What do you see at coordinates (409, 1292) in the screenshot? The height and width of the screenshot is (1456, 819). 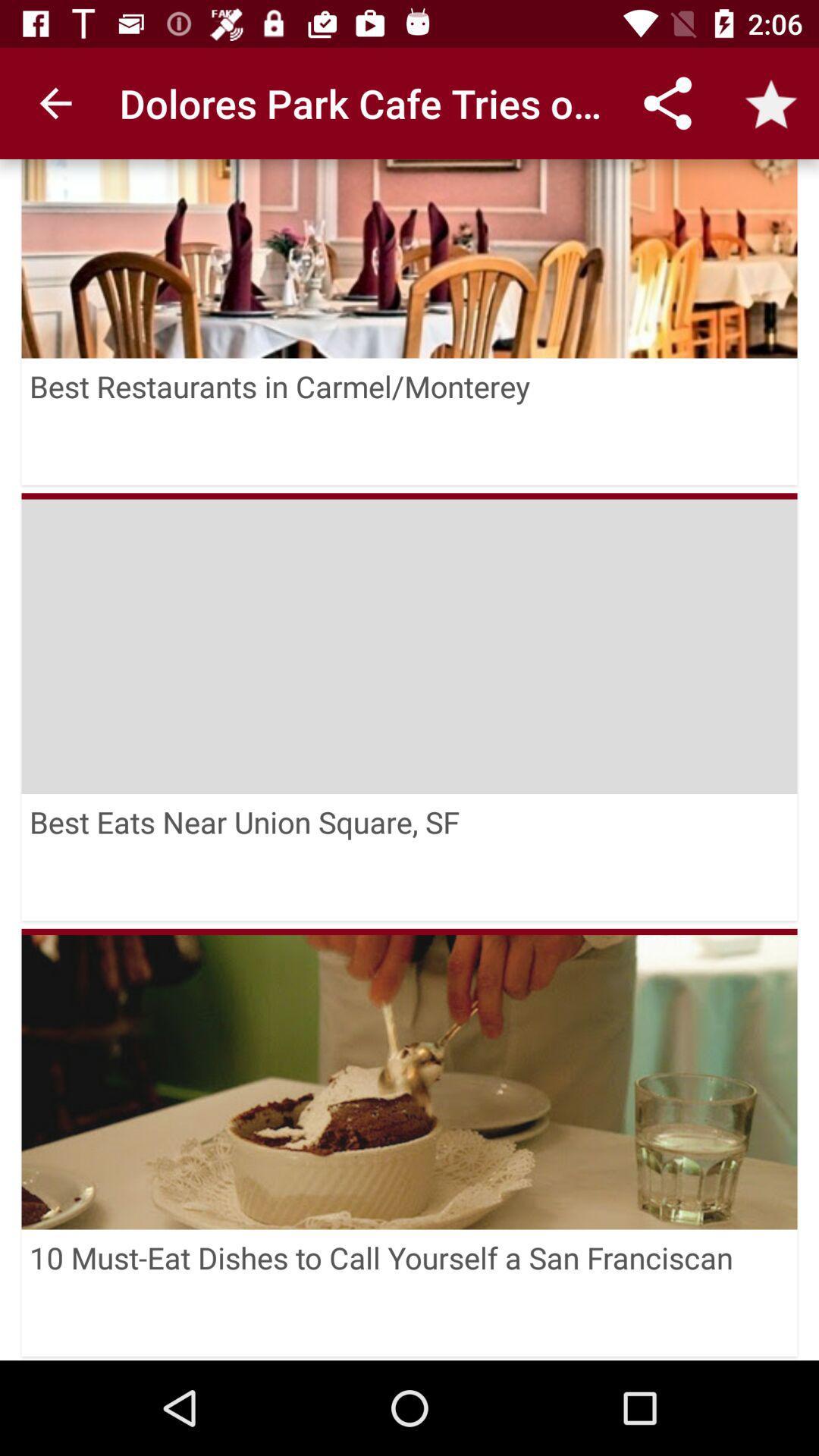 I see `the 10 must eat` at bounding box center [409, 1292].